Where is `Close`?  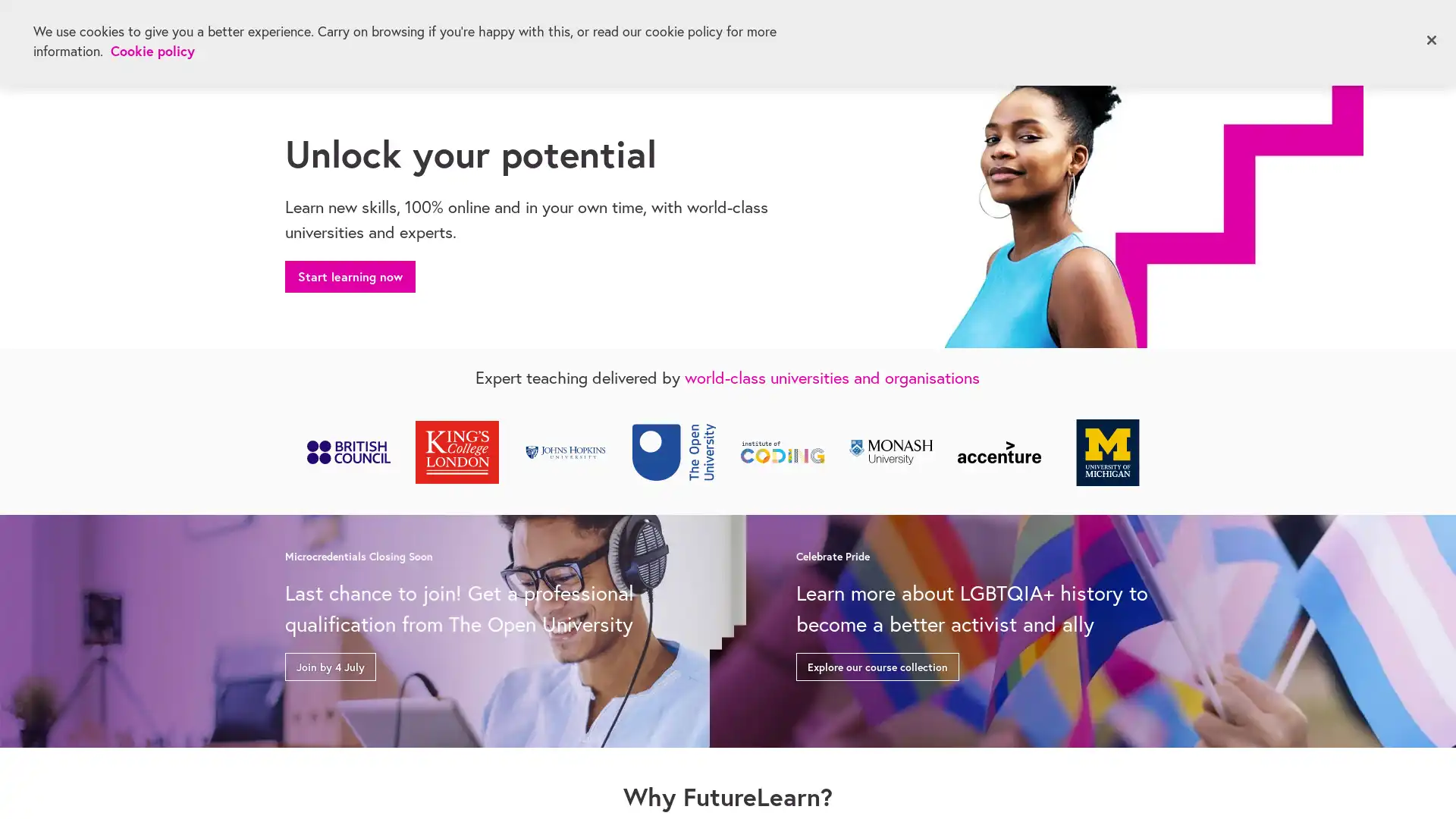
Close is located at coordinates (1430, 39).